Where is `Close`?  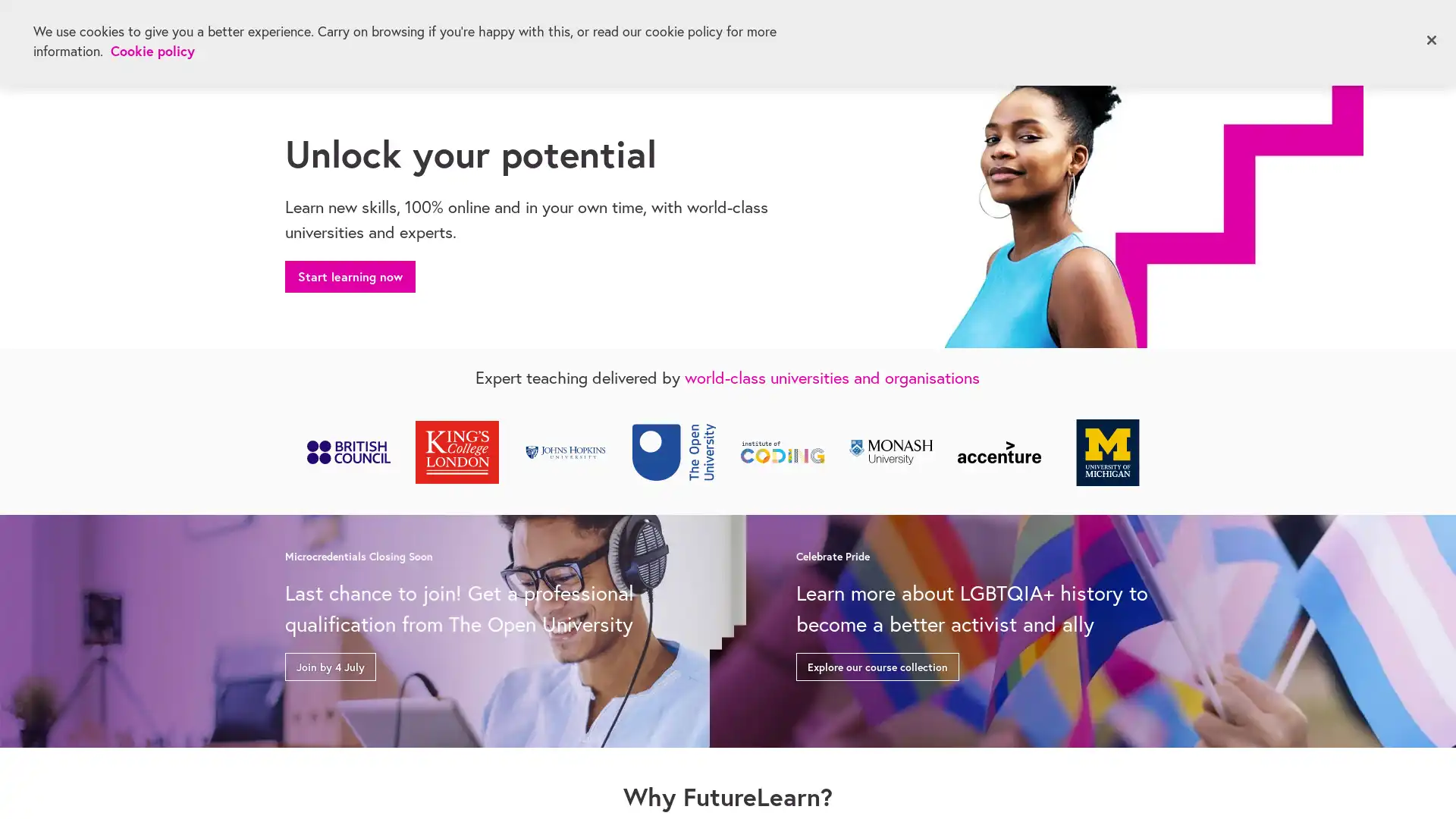
Close is located at coordinates (1430, 39).